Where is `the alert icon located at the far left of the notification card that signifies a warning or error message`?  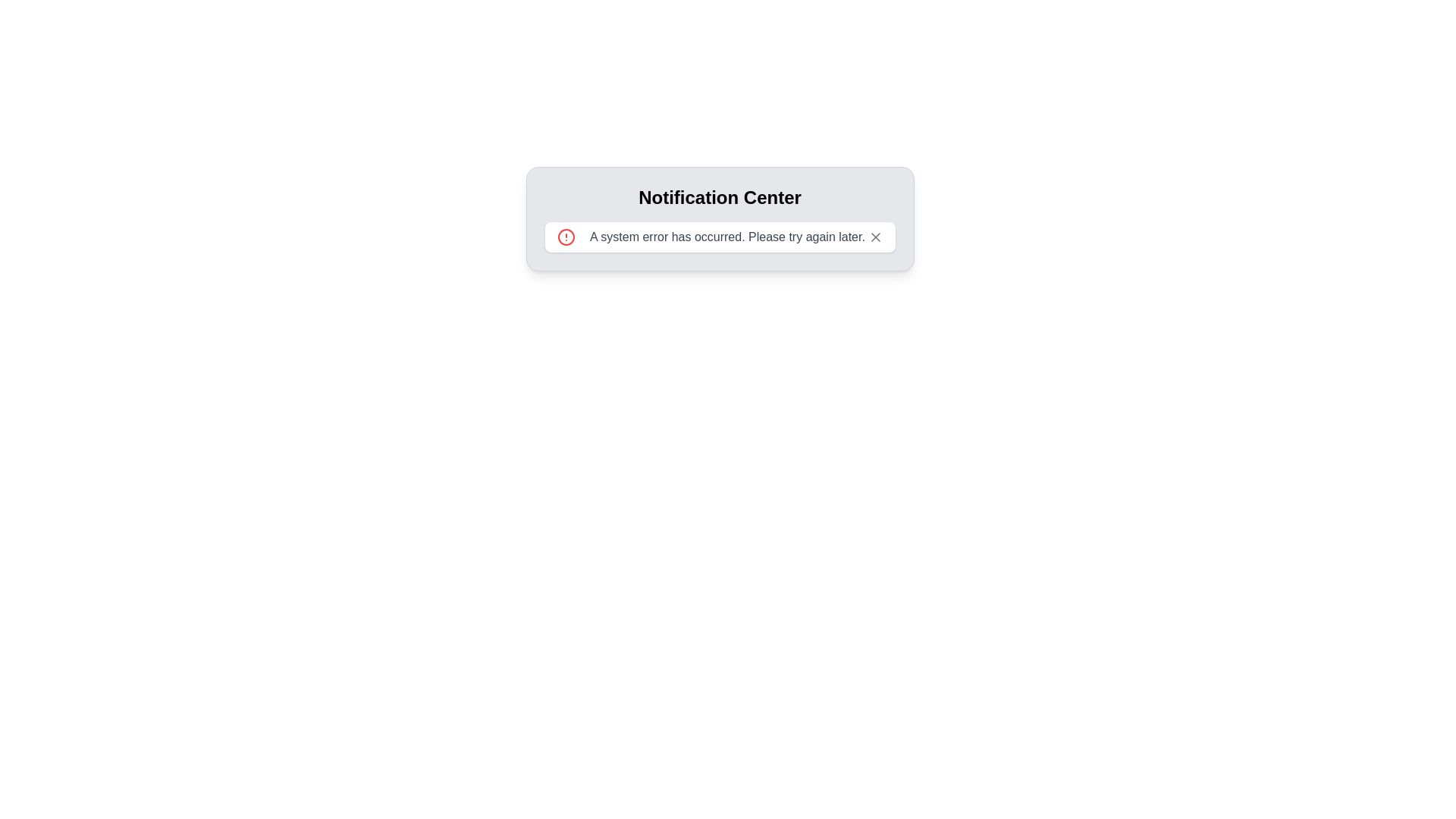 the alert icon located at the far left of the notification card that signifies a warning or error message is located at coordinates (565, 237).